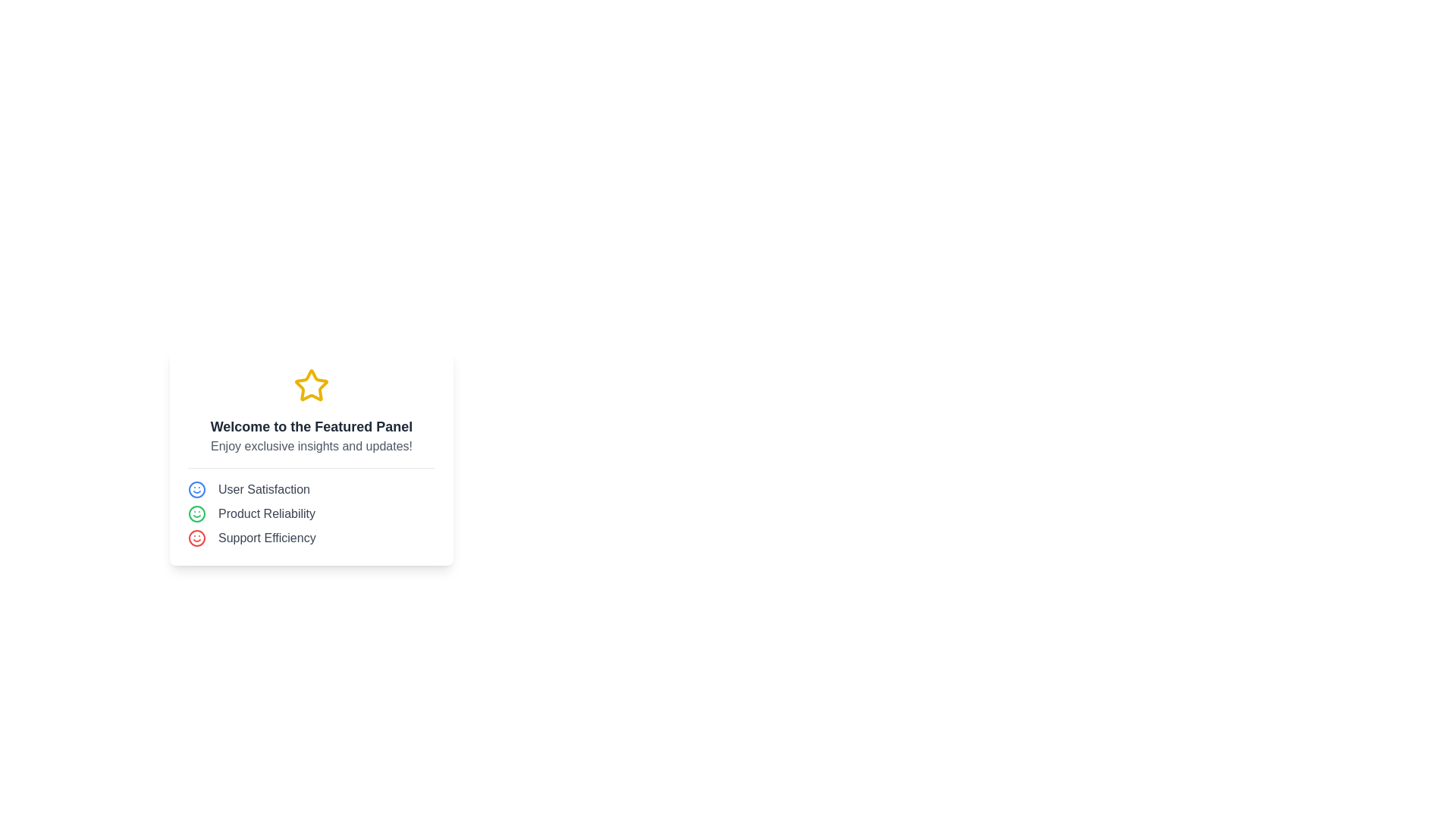 This screenshot has height=819, width=1456. What do you see at coordinates (196, 488) in the screenshot?
I see `the blue smiley face icon indicating user satisfaction, which is positioned to the left of the 'User Satisfaction' text` at bounding box center [196, 488].